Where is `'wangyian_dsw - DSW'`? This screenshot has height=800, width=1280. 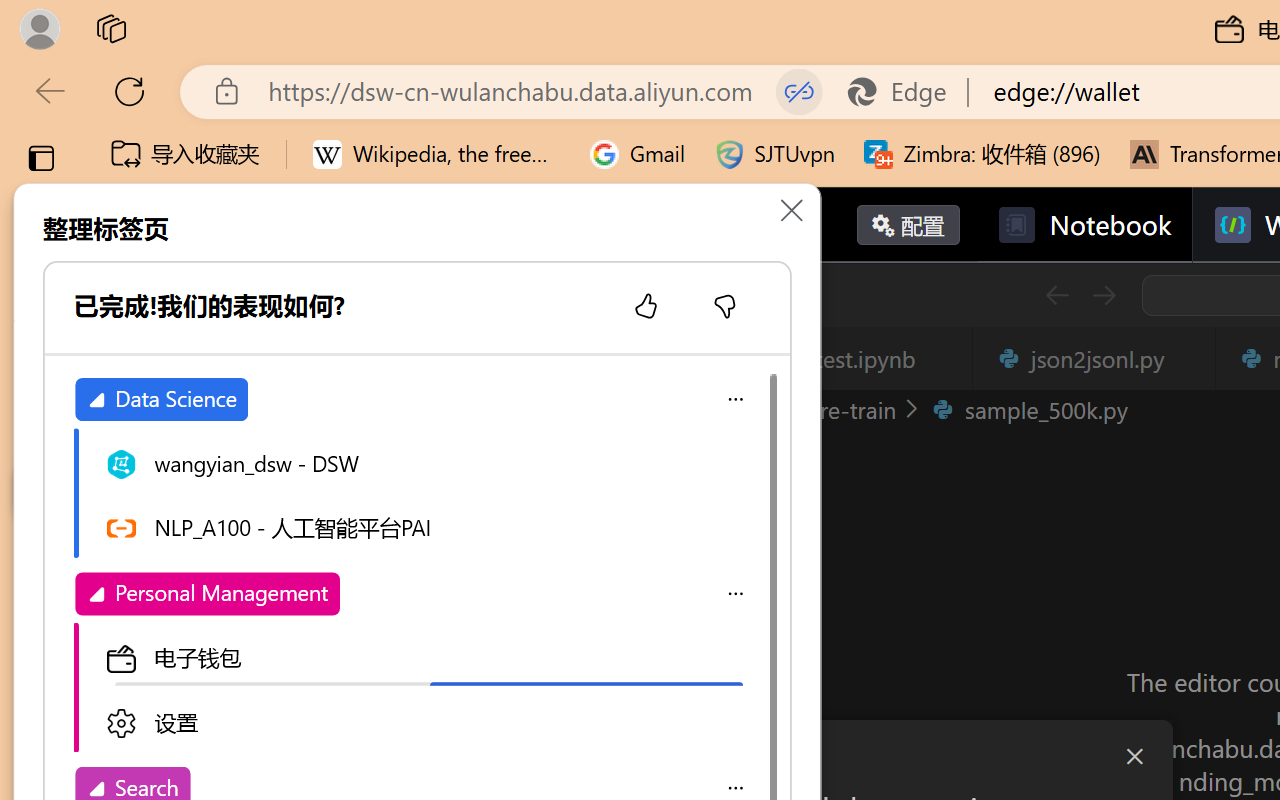 'wangyian_dsw - DSW' is located at coordinates (425, 461).